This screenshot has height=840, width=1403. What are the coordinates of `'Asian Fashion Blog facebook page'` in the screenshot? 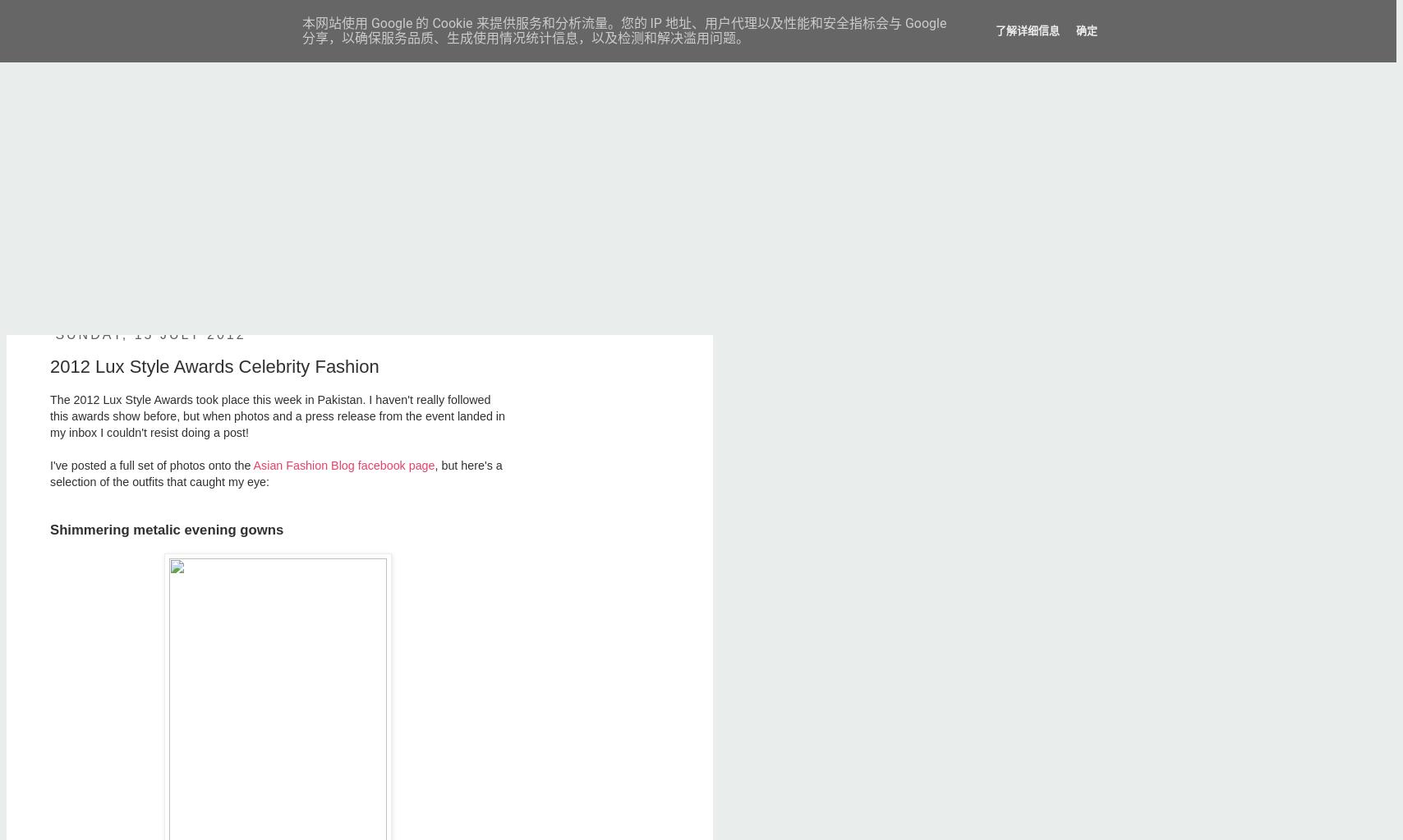 It's located at (343, 466).